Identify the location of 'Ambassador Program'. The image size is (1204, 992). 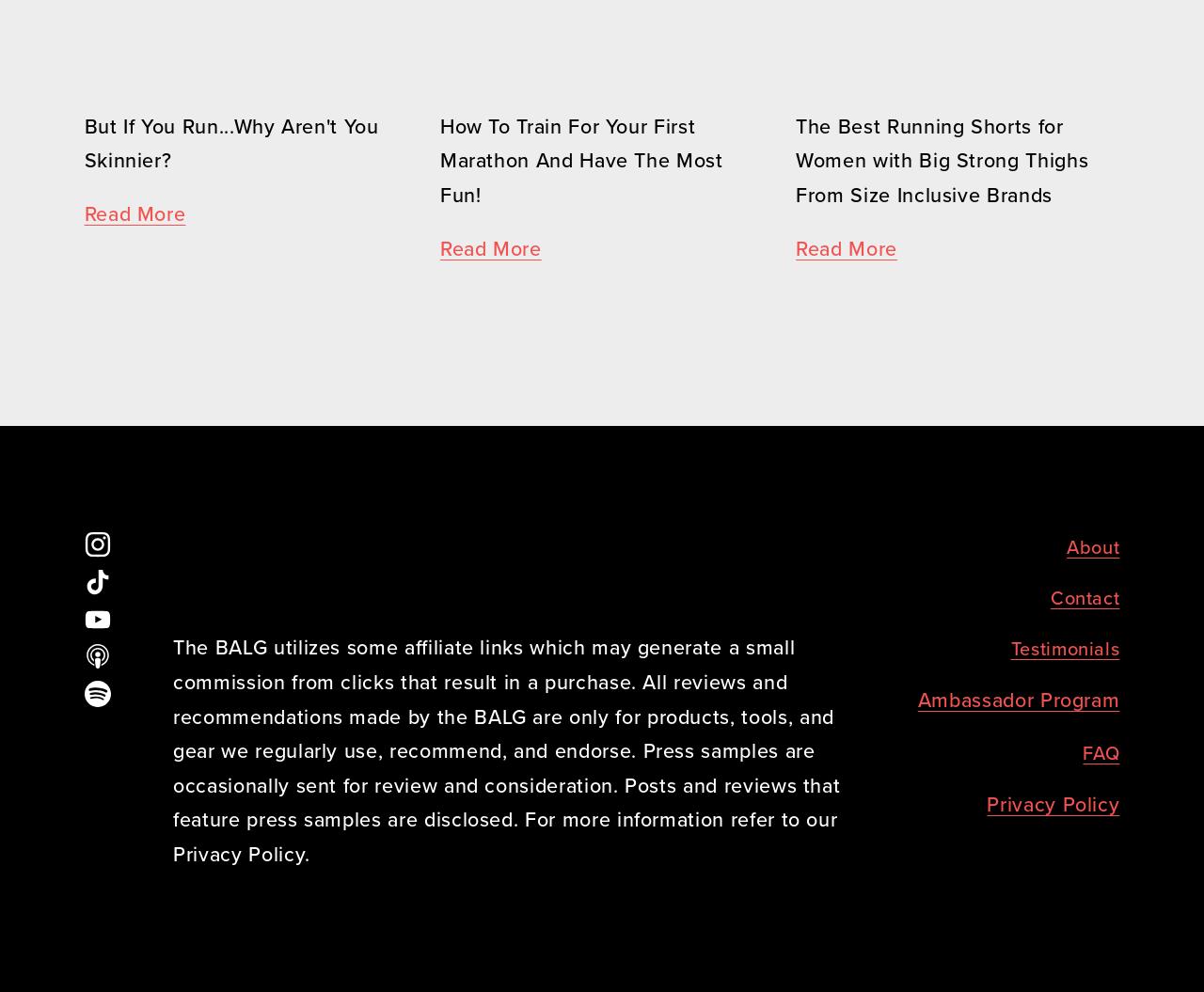
(1017, 701).